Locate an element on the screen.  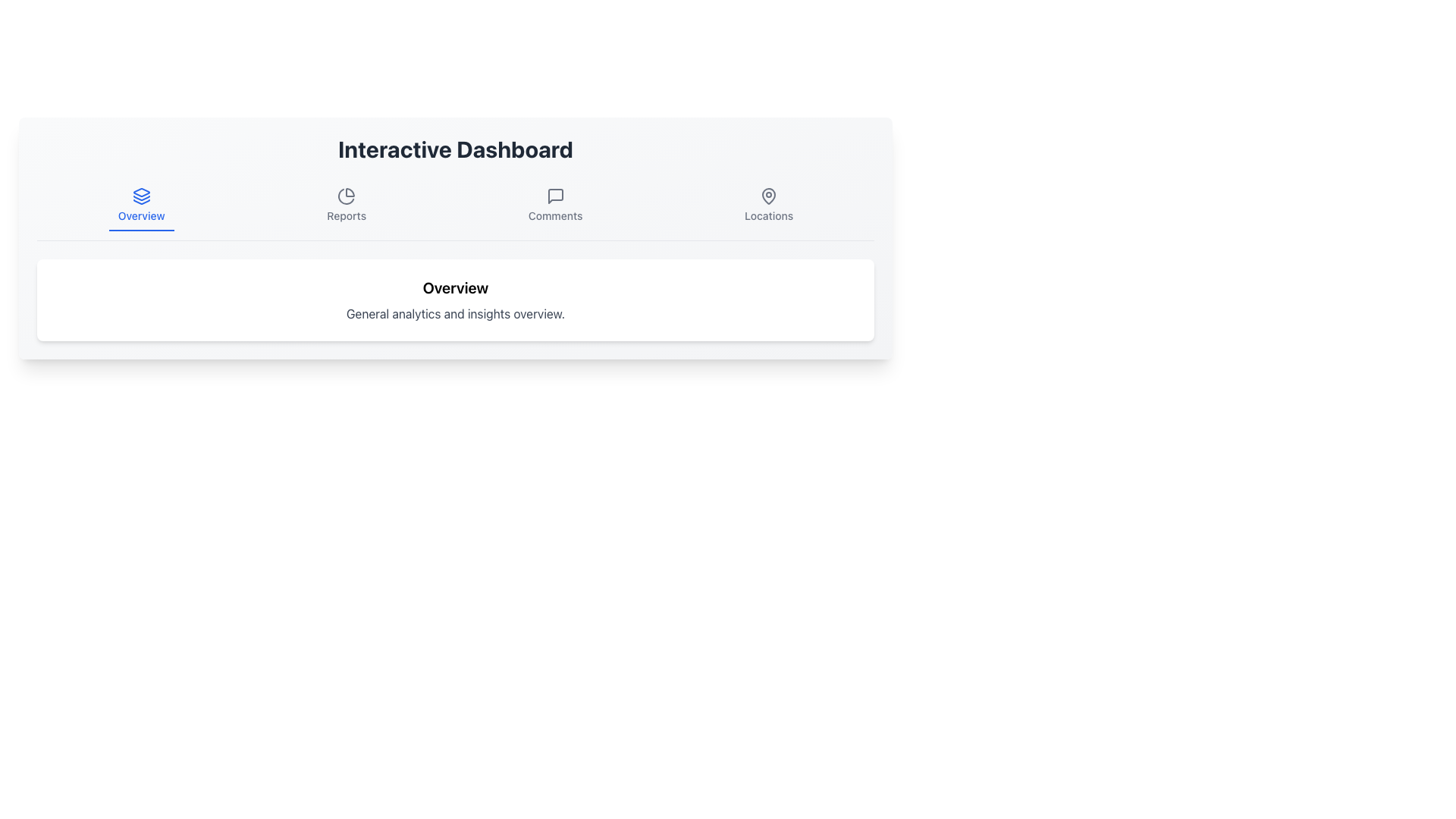
the third button from the left in the horizontal menu bar is located at coordinates (554, 206).